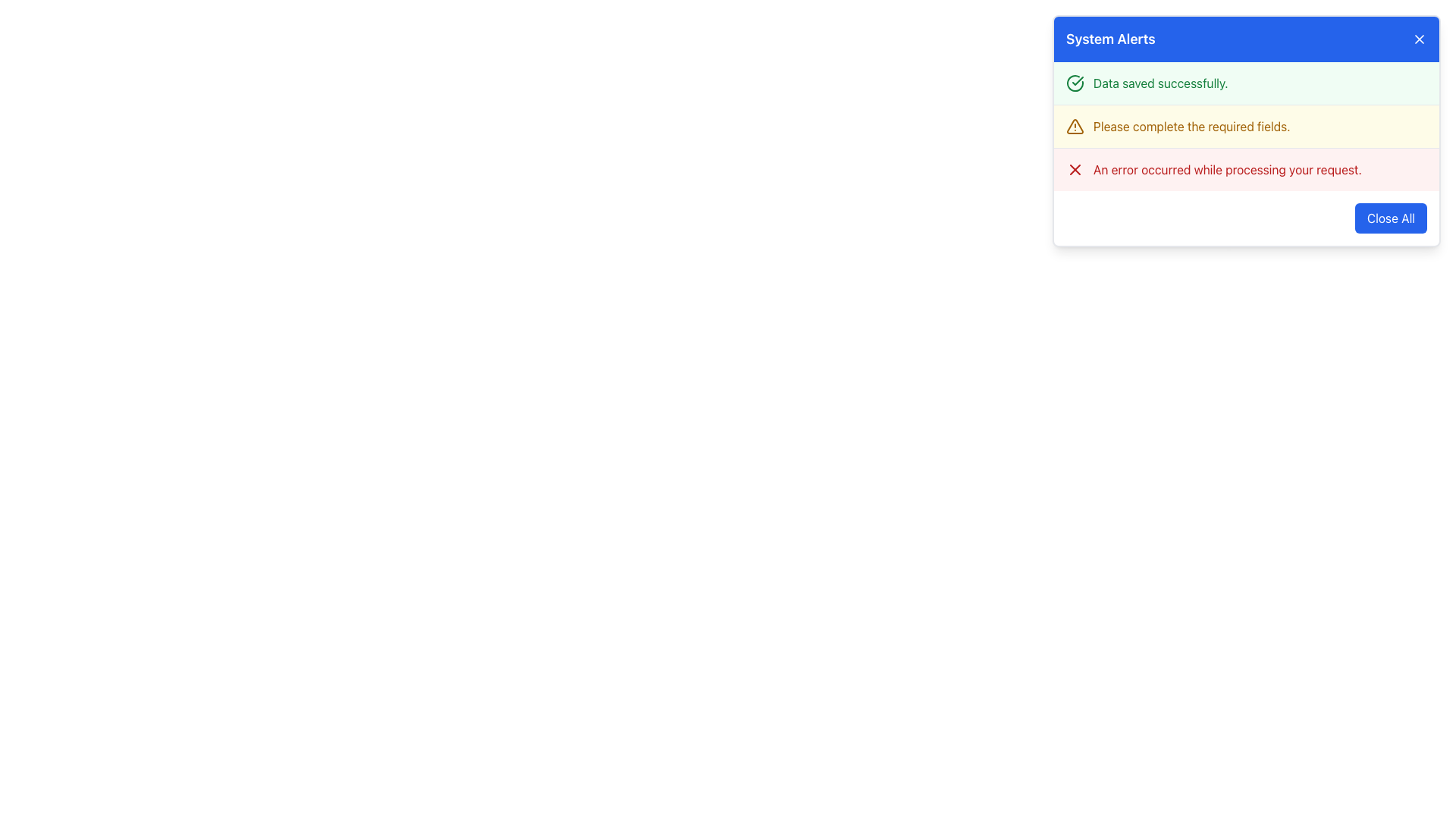  What do you see at coordinates (1074, 169) in the screenshot?
I see `the diagonal cross icon in the close button of the System Alerts panel` at bounding box center [1074, 169].